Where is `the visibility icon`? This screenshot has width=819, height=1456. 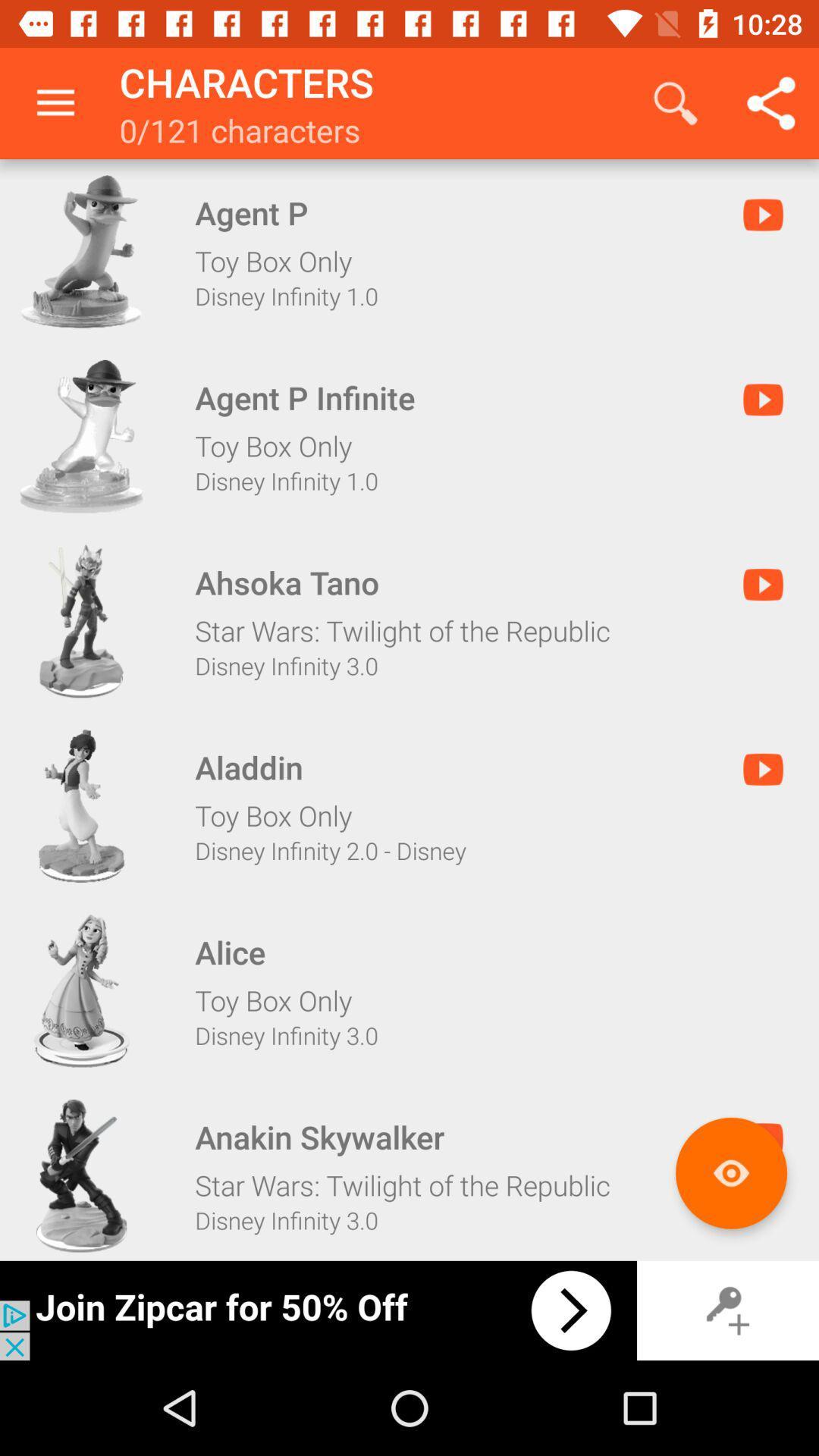 the visibility icon is located at coordinates (730, 1172).